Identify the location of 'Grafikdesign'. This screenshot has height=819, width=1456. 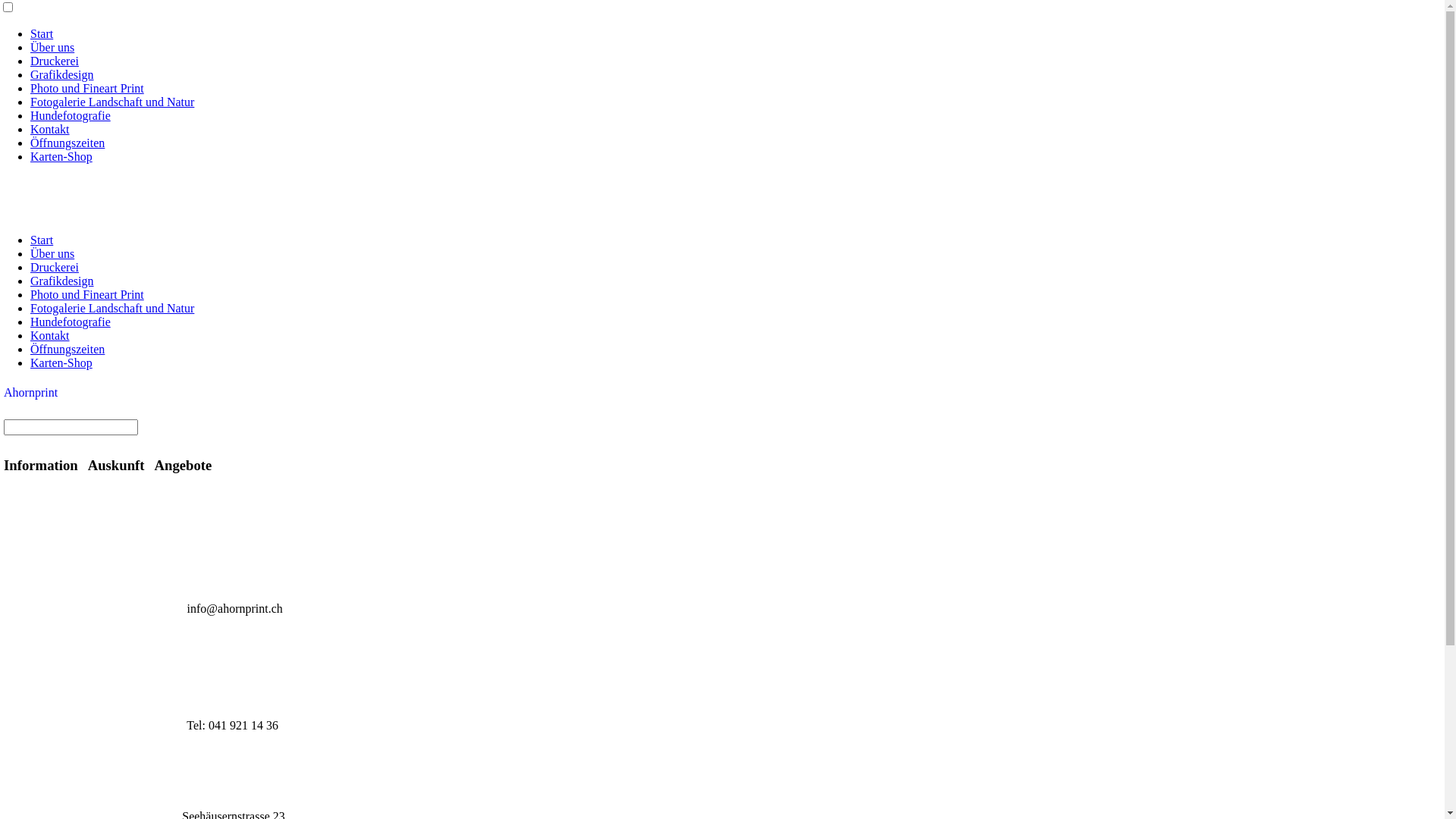
(30, 74).